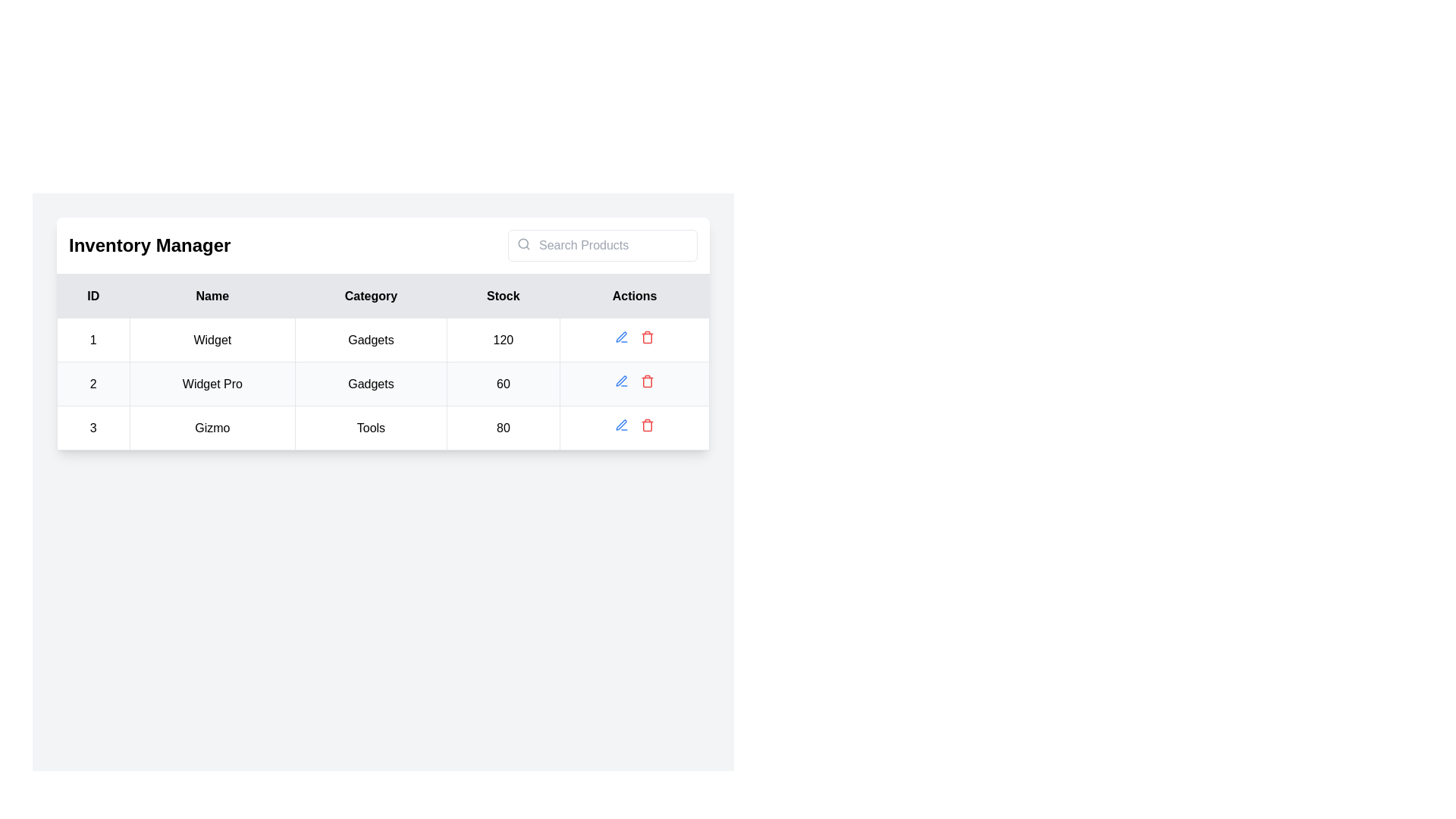 This screenshot has width=1456, height=819. What do you see at coordinates (383, 383) in the screenshot?
I see `the second row of the inventory table for 'Widget Pro'` at bounding box center [383, 383].